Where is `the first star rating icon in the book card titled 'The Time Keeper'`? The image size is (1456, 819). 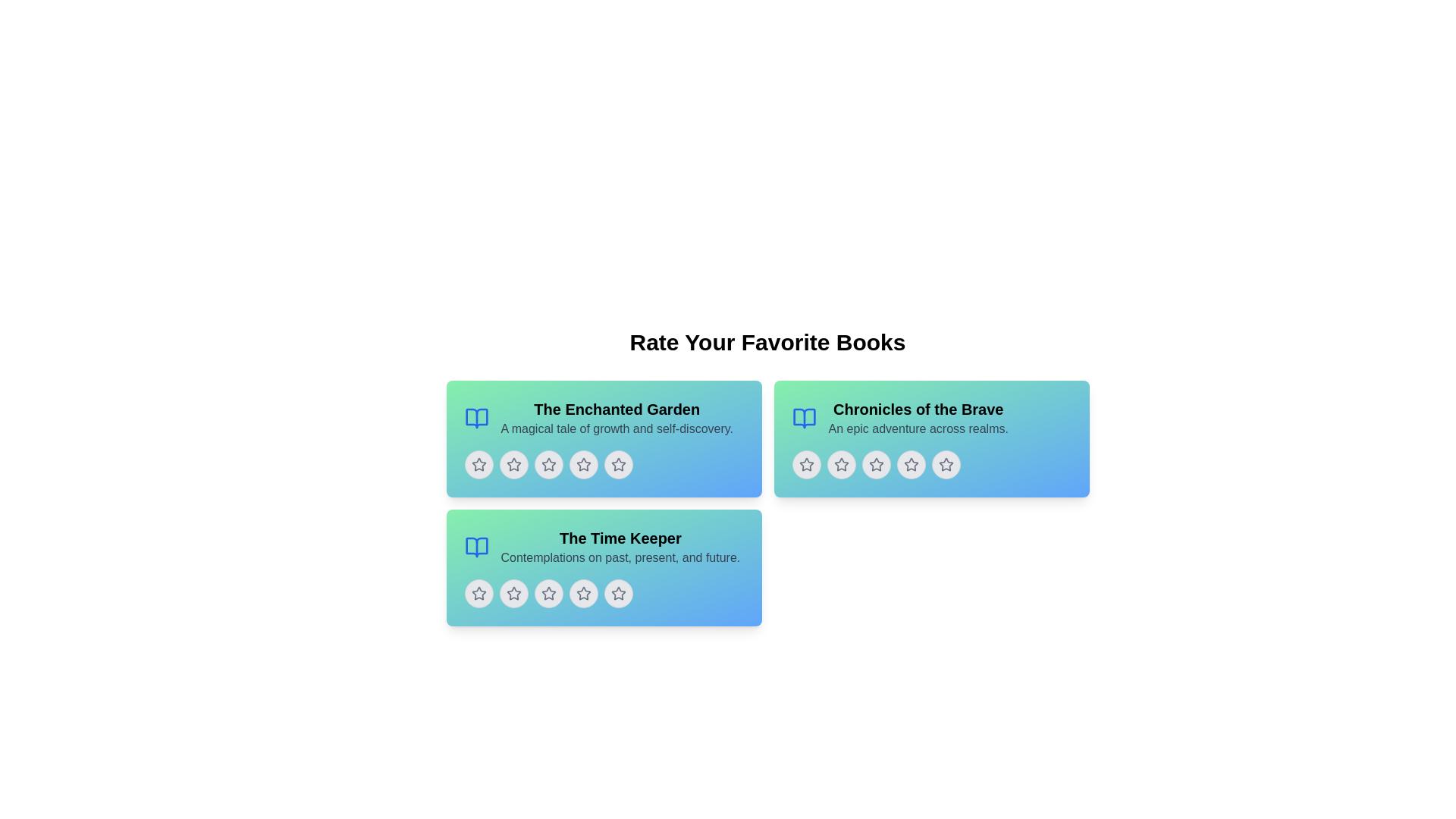
the first star rating icon in the book card titled 'The Time Keeper' is located at coordinates (478, 592).